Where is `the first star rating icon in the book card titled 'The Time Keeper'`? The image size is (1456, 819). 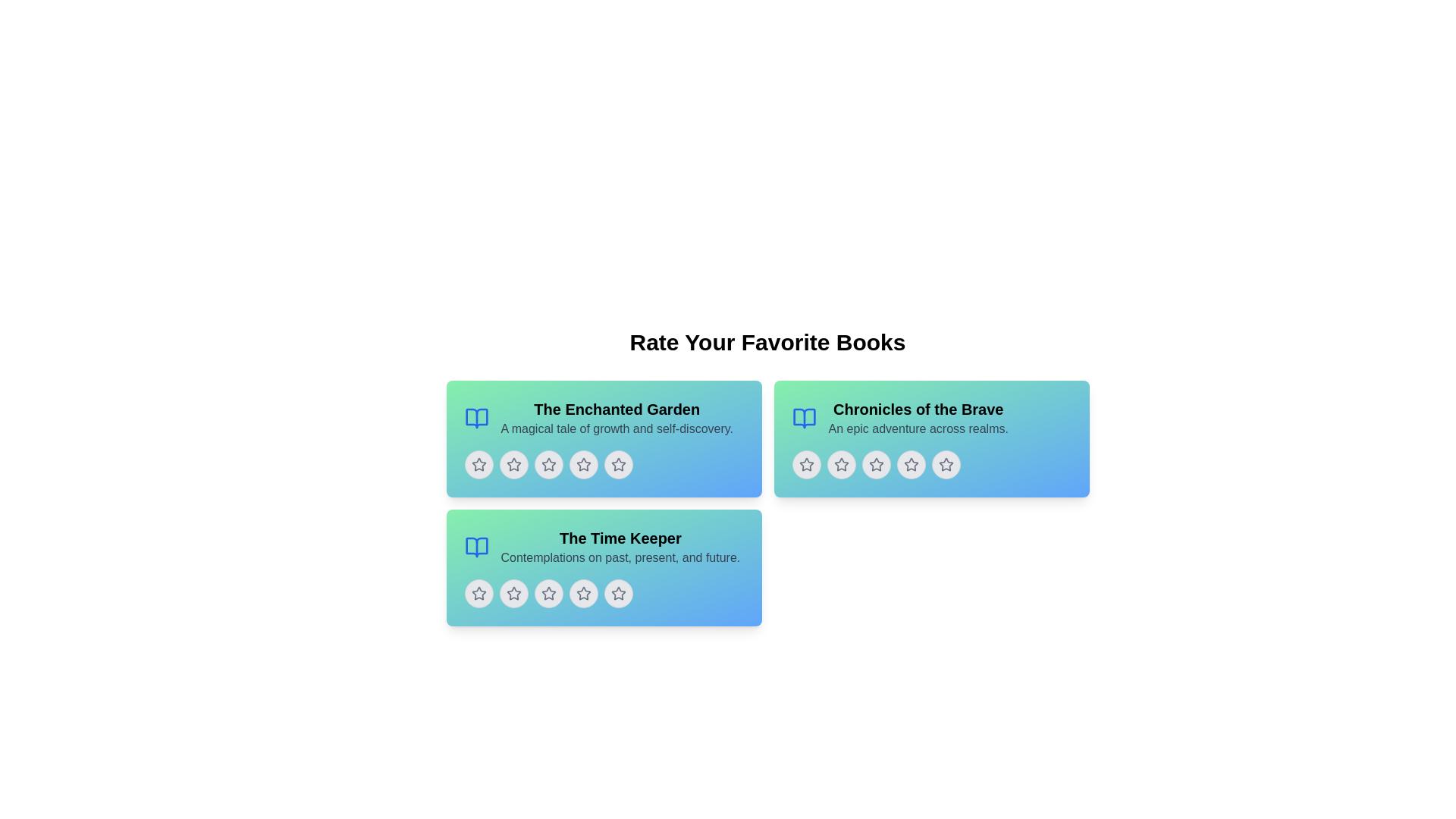
the first star rating icon in the book card titled 'The Time Keeper' is located at coordinates (478, 592).